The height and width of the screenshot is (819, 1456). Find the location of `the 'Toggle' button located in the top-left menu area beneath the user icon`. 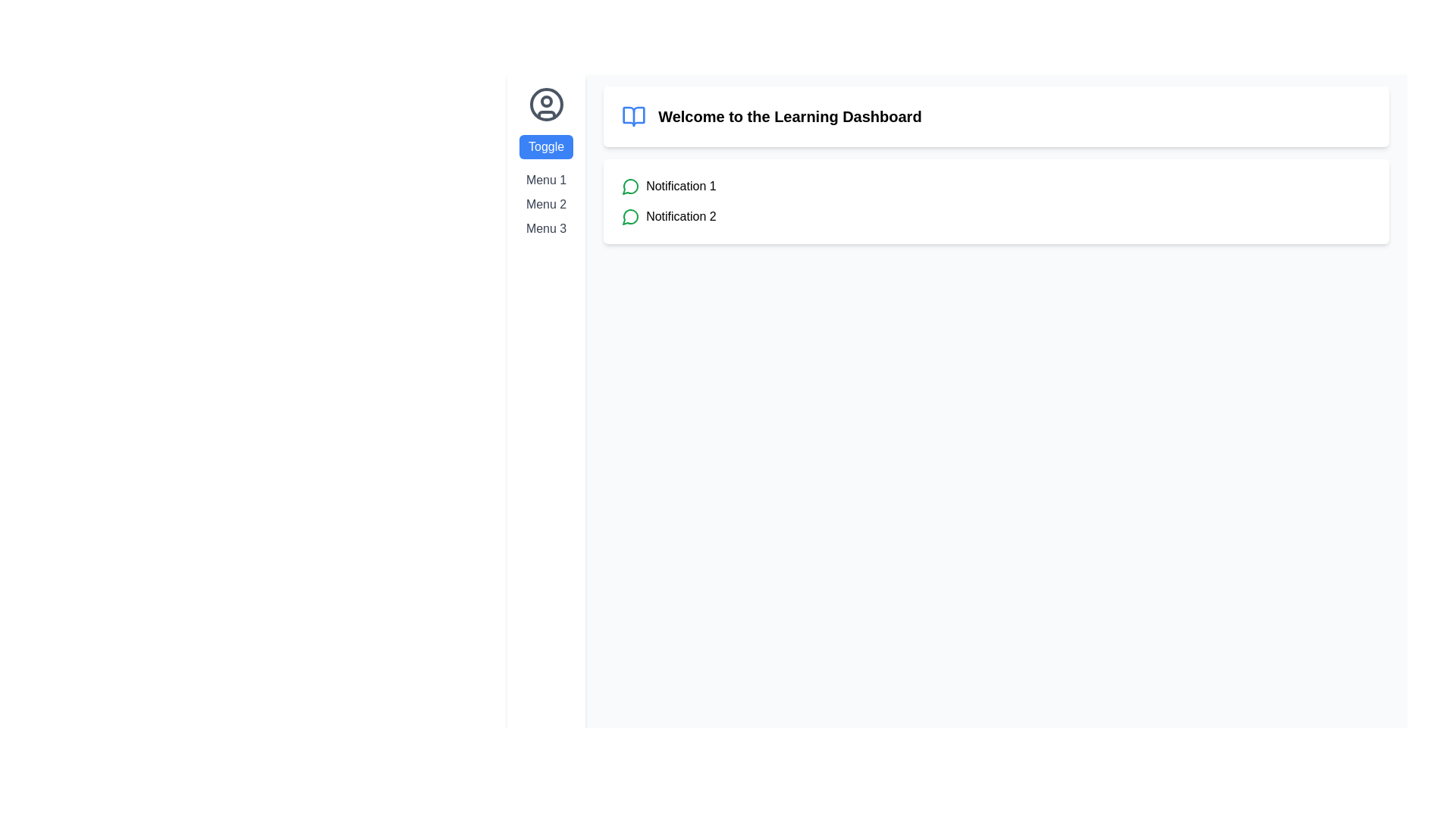

the 'Toggle' button located in the top-left menu area beneath the user icon is located at coordinates (546, 146).